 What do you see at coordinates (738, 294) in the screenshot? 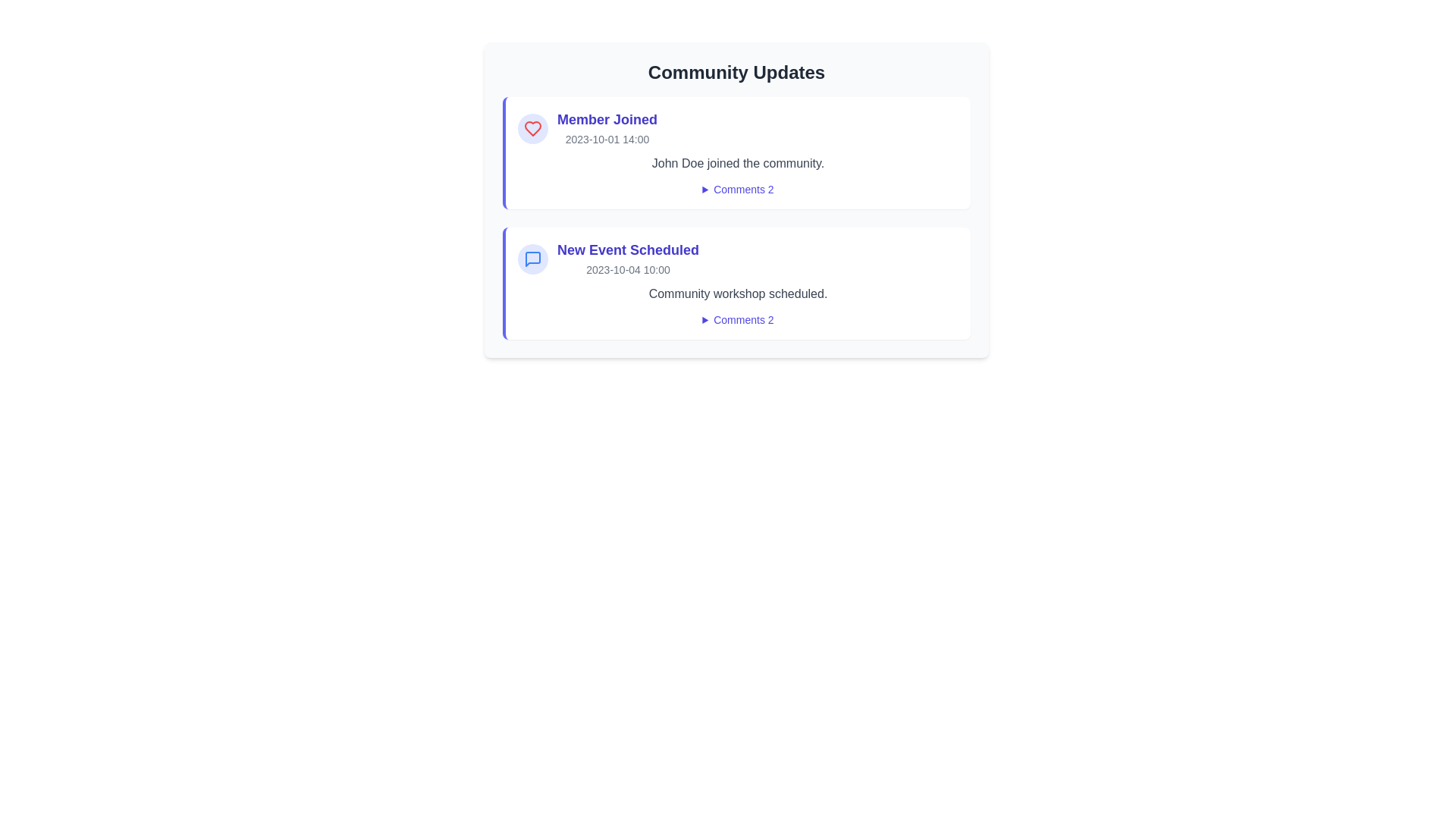
I see `the text label that says 'Community workshop scheduled.' located in the second card under the 'Community Updates' section` at bounding box center [738, 294].